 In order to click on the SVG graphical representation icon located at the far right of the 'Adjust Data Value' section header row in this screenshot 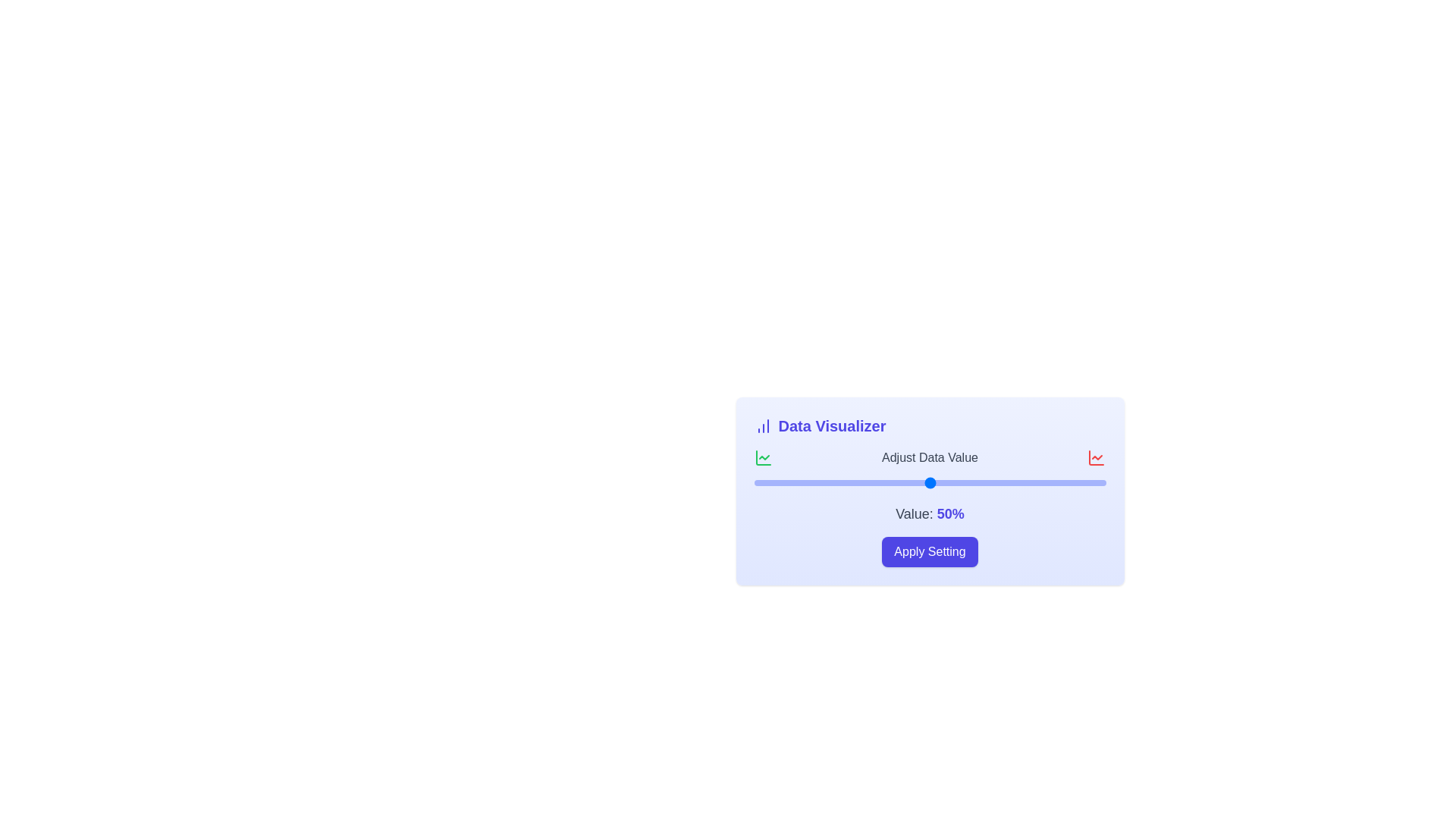, I will do `click(1097, 457)`.